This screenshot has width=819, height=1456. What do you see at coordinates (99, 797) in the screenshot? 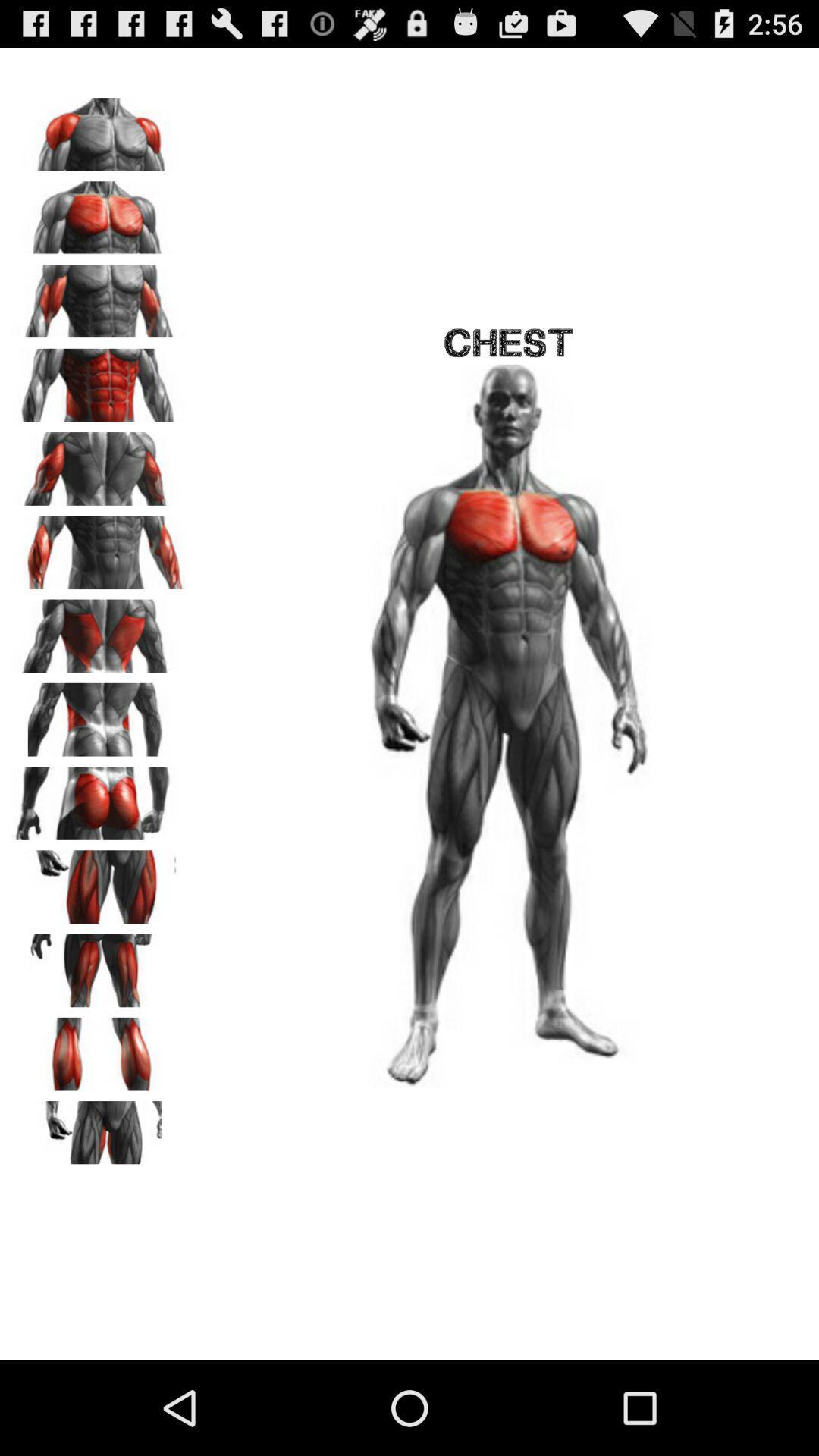
I see `gluteus maximus` at bounding box center [99, 797].